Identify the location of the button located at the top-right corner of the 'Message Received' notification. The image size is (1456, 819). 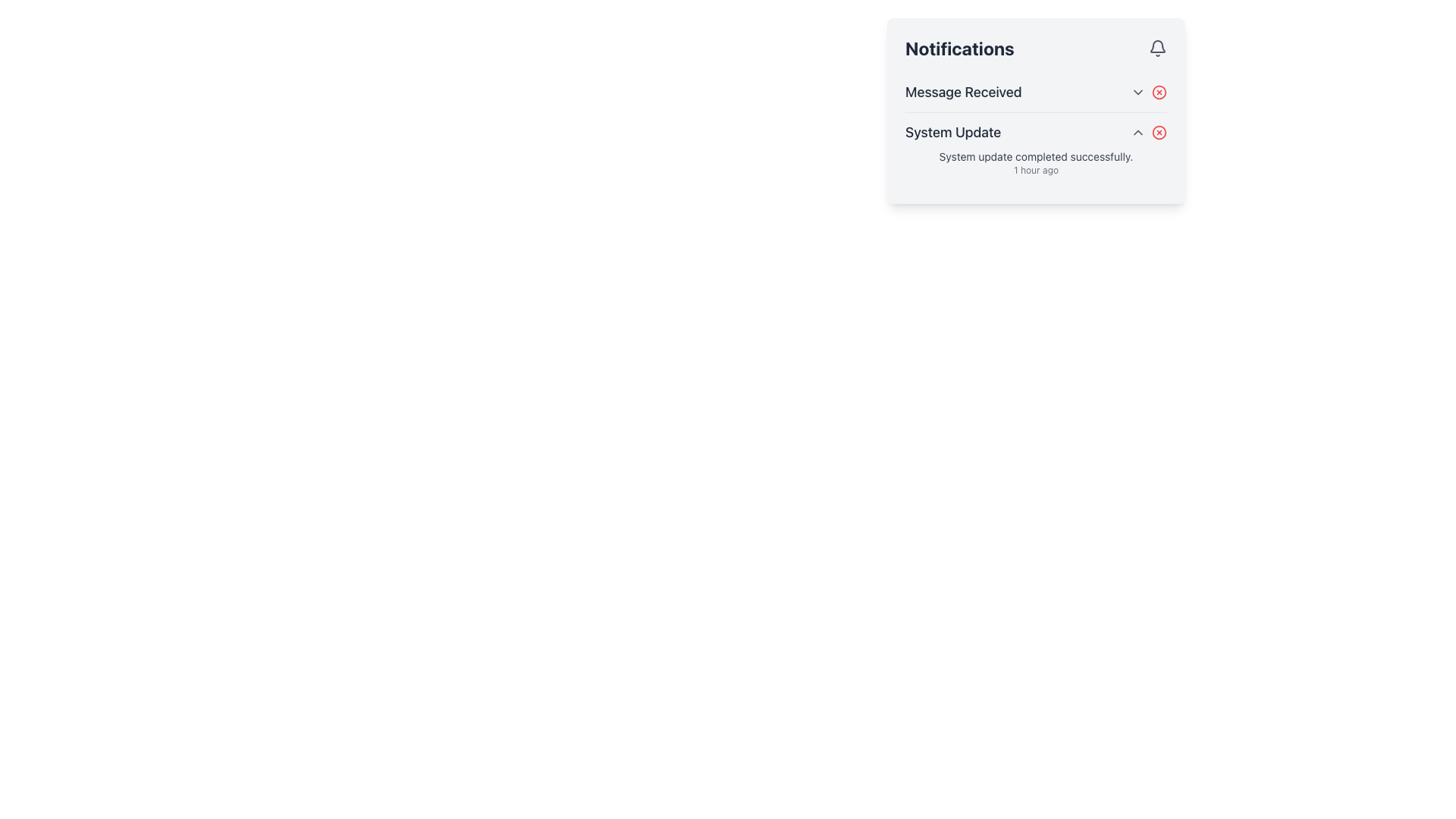
(1138, 93).